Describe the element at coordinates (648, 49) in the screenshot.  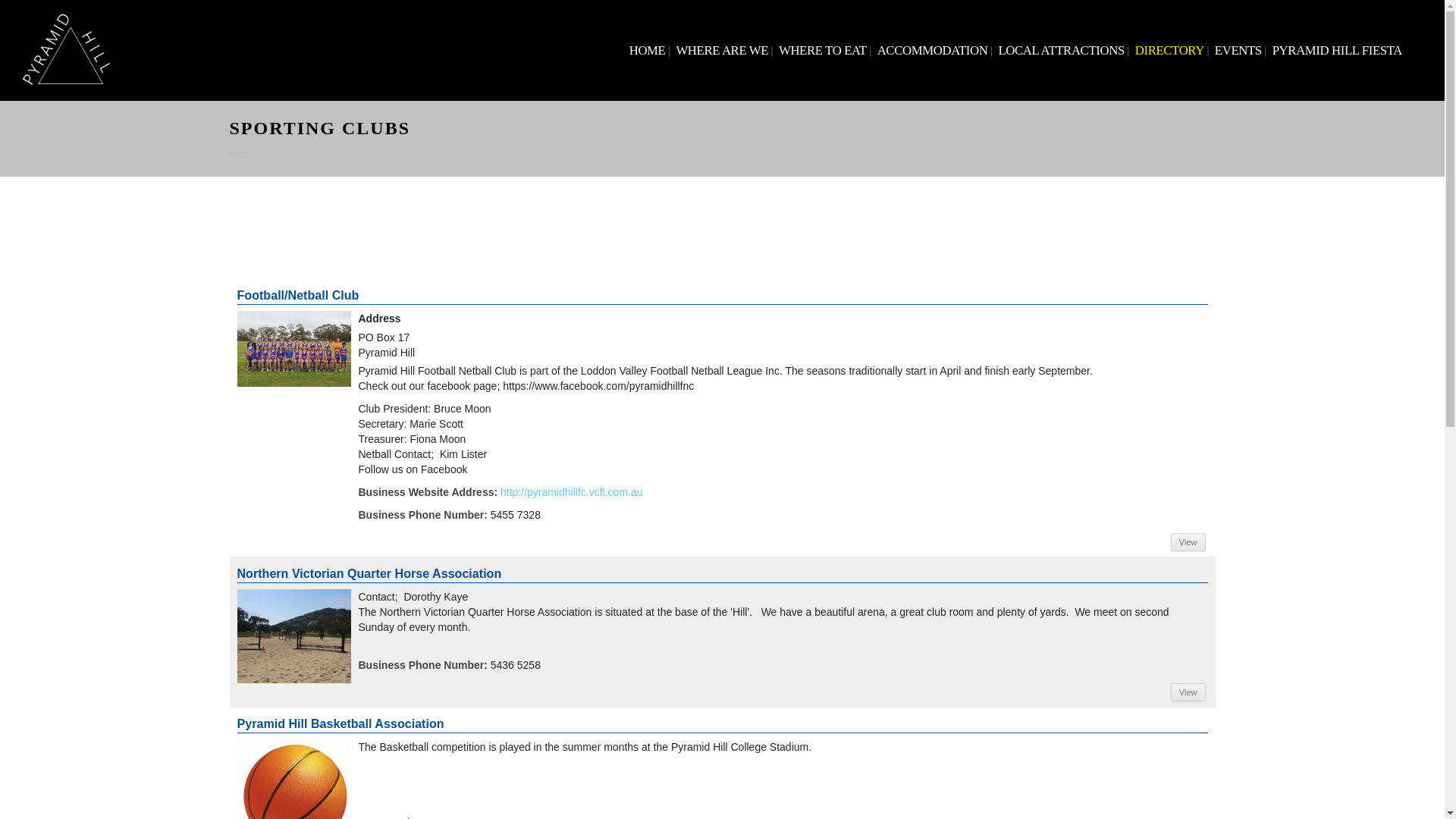
I see `'HOME'` at that location.